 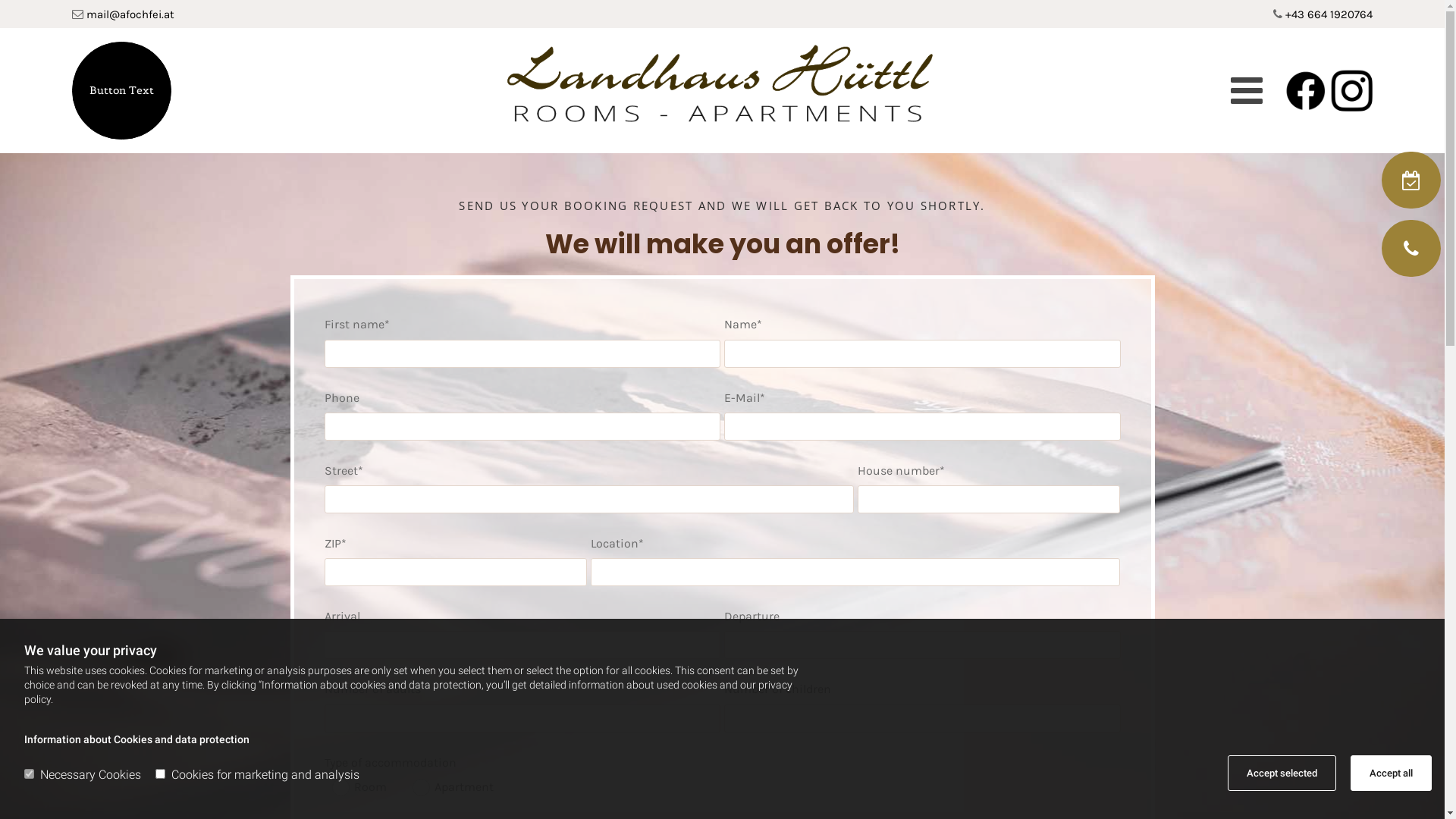 What do you see at coordinates (1391, 773) in the screenshot?
I see `'Accept all'` at bounding box center [1391, 773].